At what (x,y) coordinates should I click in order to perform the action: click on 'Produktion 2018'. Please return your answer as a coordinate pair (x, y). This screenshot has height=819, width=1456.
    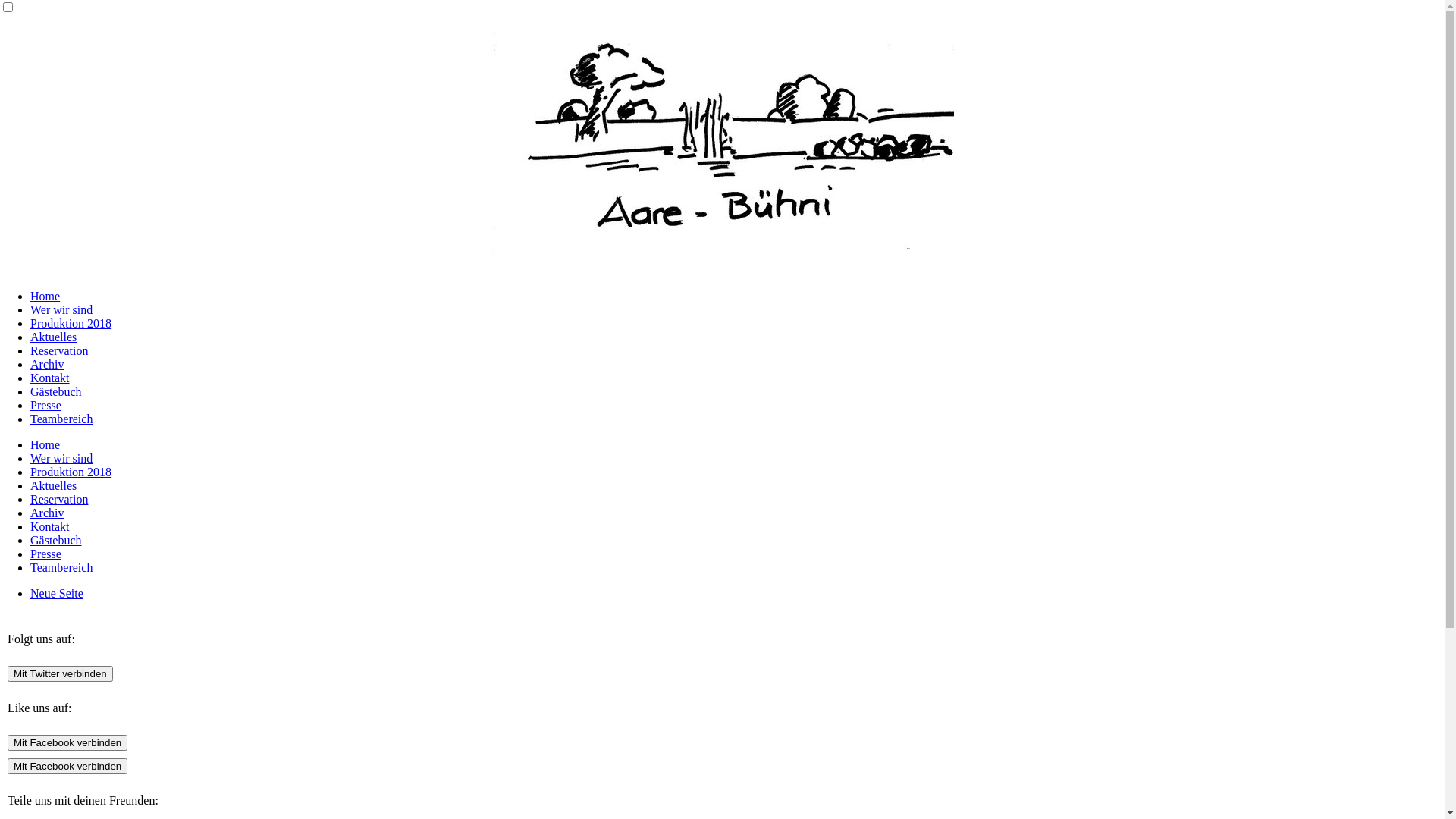
    Looking at the image, I should click on (70, 322).